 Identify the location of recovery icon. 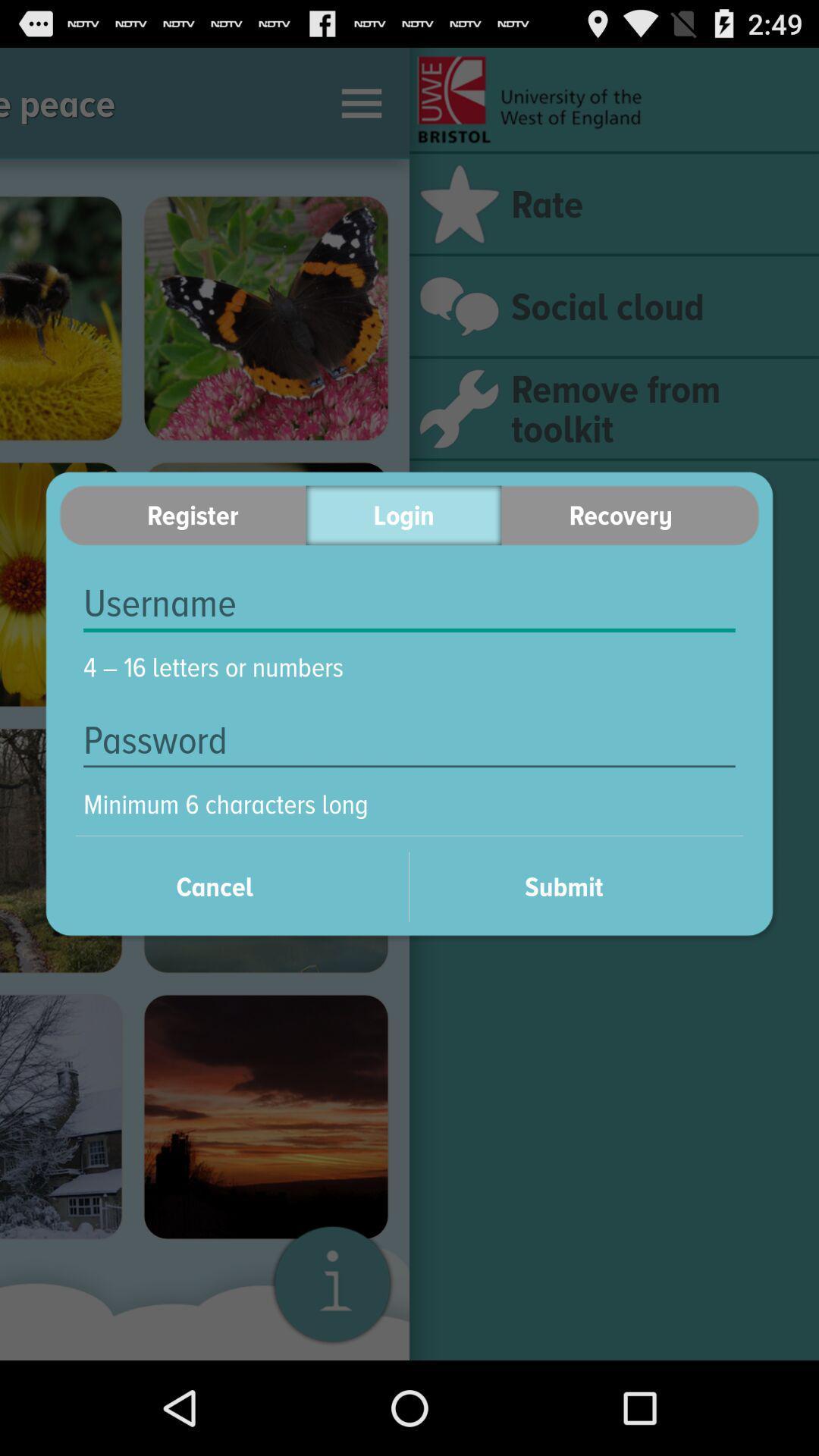
(630, 515).